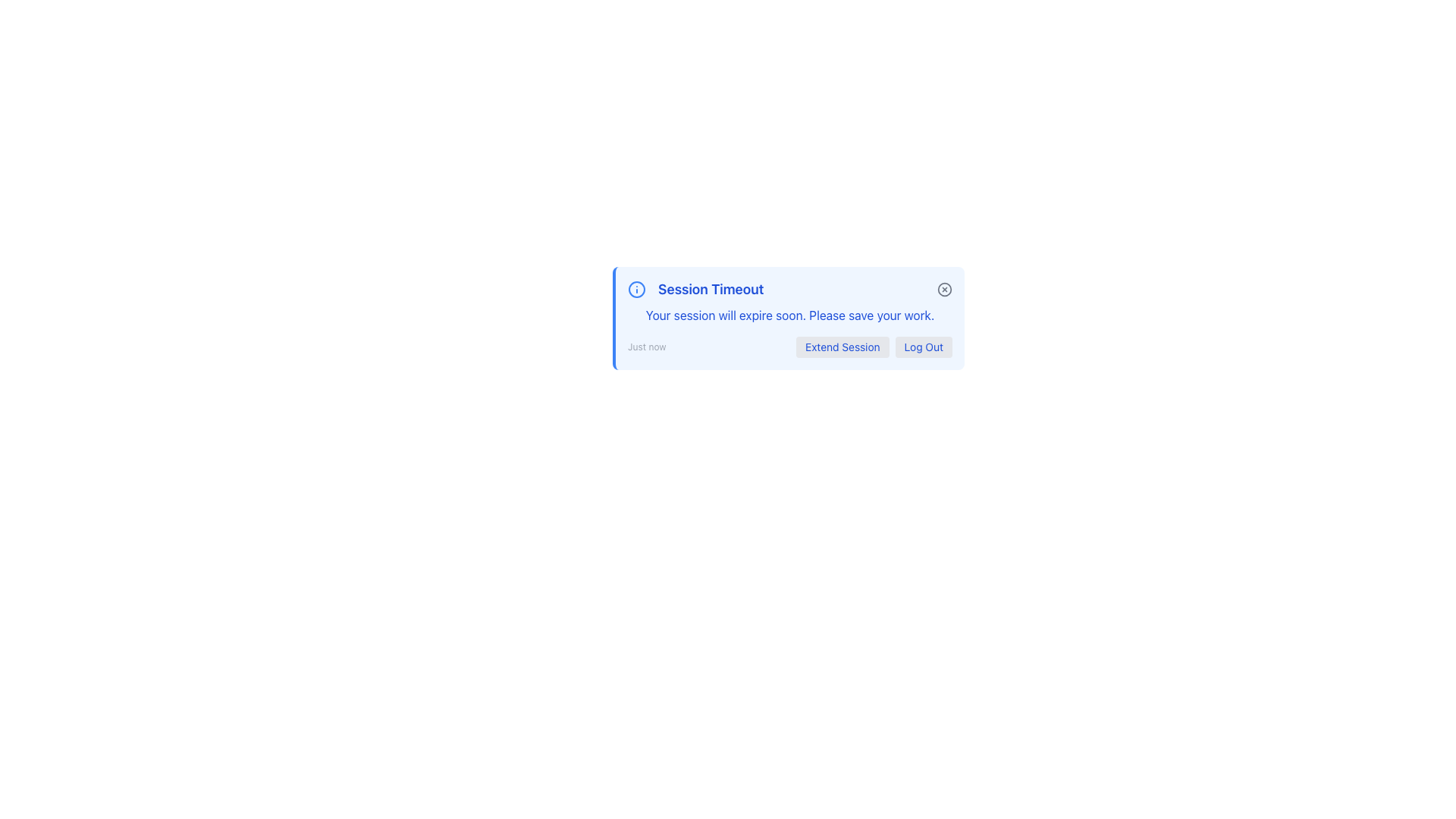 This screenshot has height=819, width=1456. What do you see at coordinates (923, 347) in the screenshot?
I see `the 'Log Out' button, which is styled with a light gray background and blue text, located in the top-right portion of the view under a session timeout notification` at bounding box center [923, 347].